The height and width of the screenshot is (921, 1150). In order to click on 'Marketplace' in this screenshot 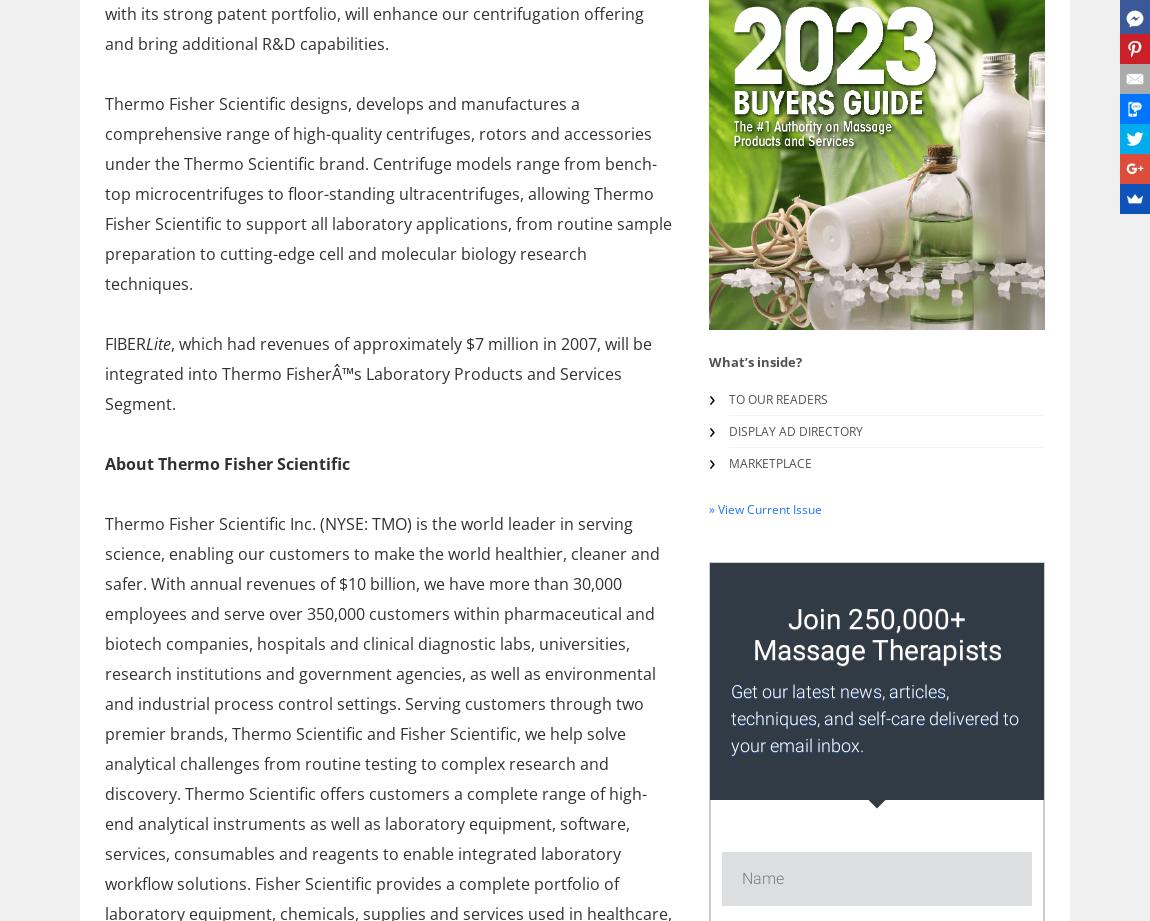, I will do `click(769, 462)`.